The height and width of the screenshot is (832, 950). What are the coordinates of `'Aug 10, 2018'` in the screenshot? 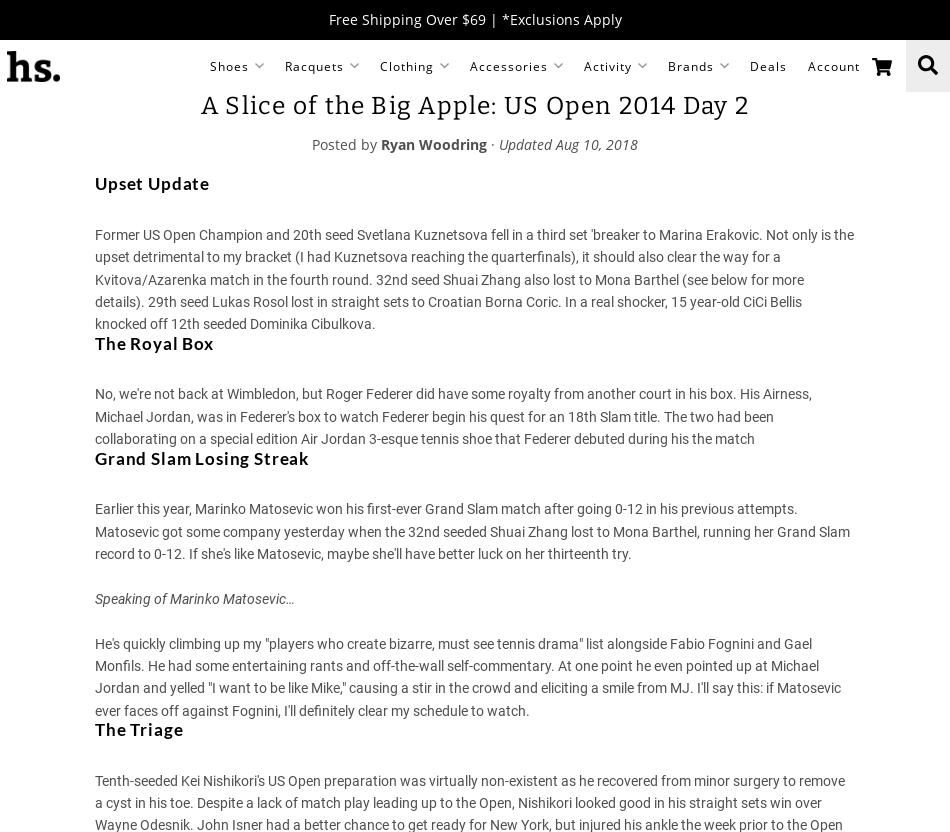 It's located at (556, 143).